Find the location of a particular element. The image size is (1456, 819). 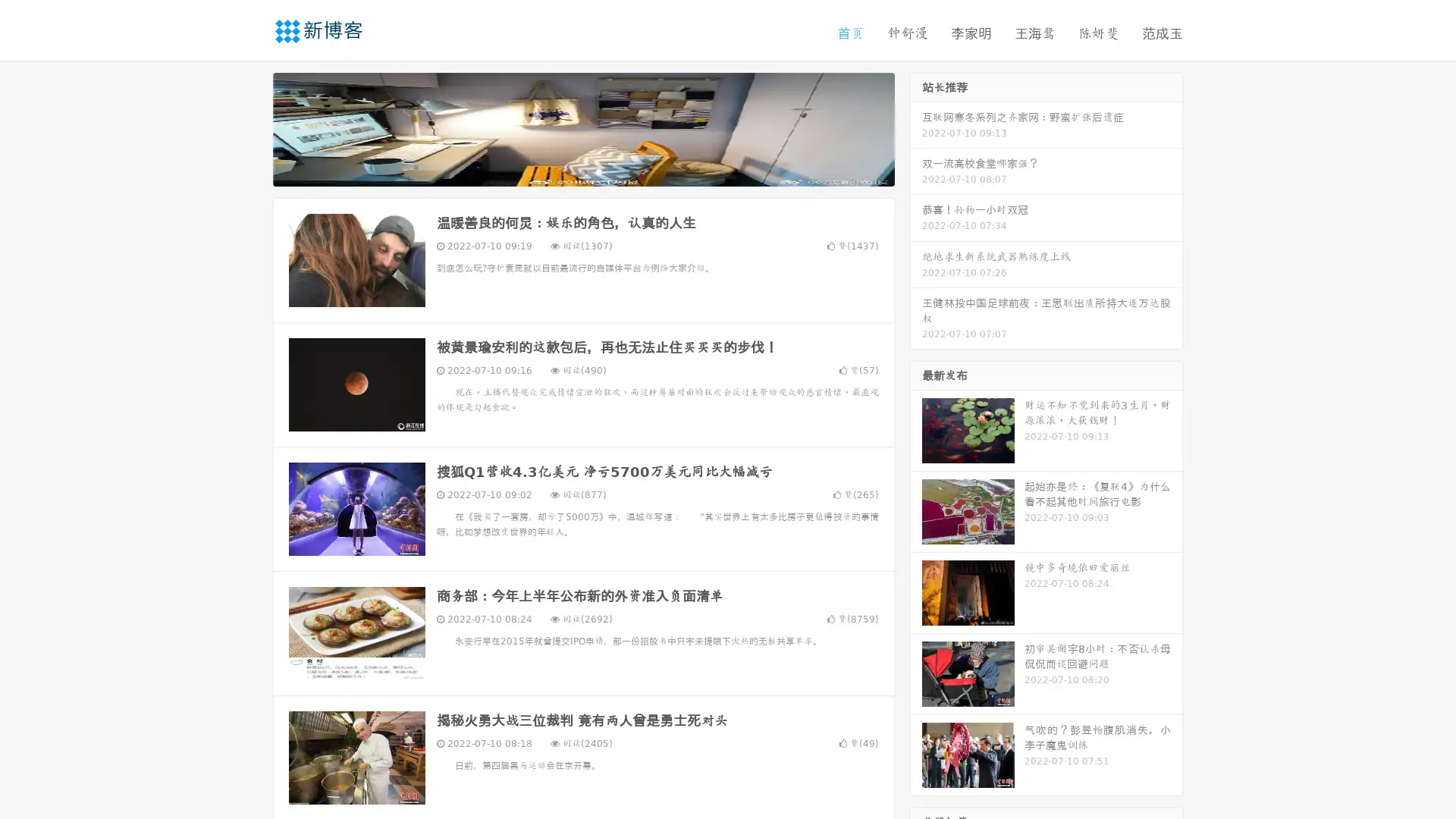

Previous slide is located at coordinates (250, 127).